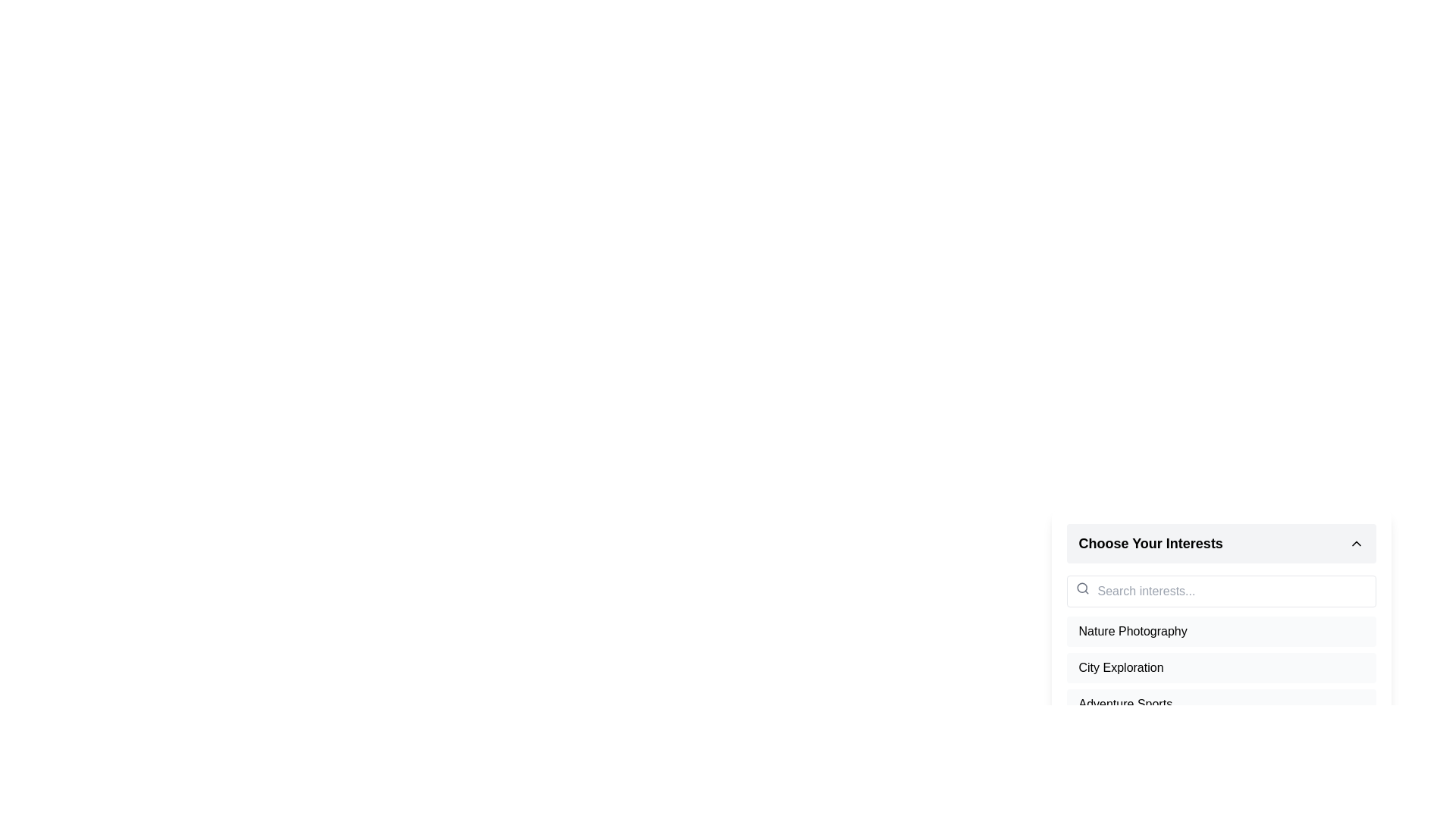 This screenshot has width=1456, height=819. I want to click on the magnifying glass icon located to the left of the search input field to indicate the presence of a search feature, so click(1081, 587).